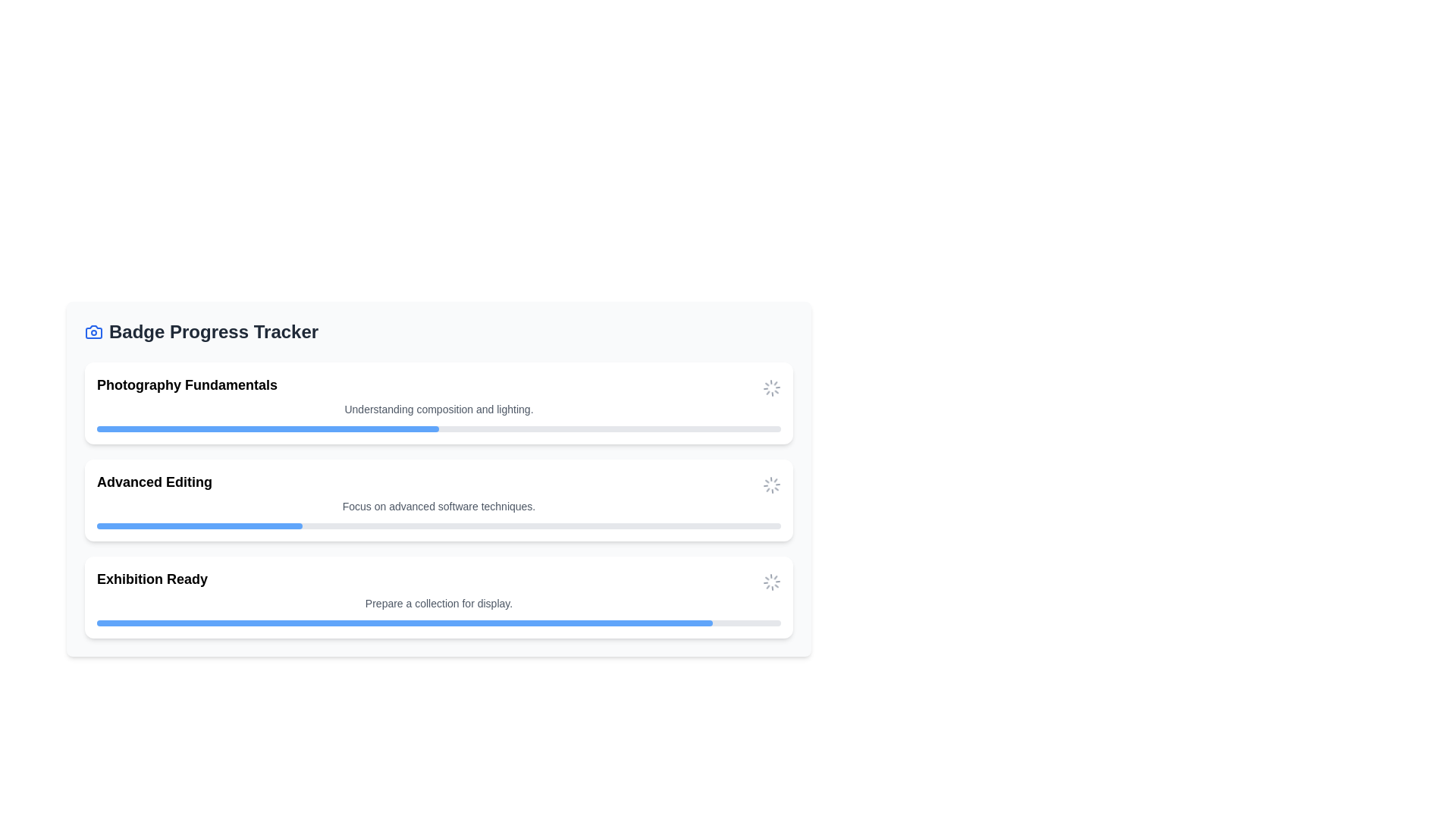 This screenshot has height=819, width=1456. Describe the element at coordinates (438, 526) in the screenshot. I see `the Progress Bar located in the center of the white card labeled 'Advanced Editing'` at that location.